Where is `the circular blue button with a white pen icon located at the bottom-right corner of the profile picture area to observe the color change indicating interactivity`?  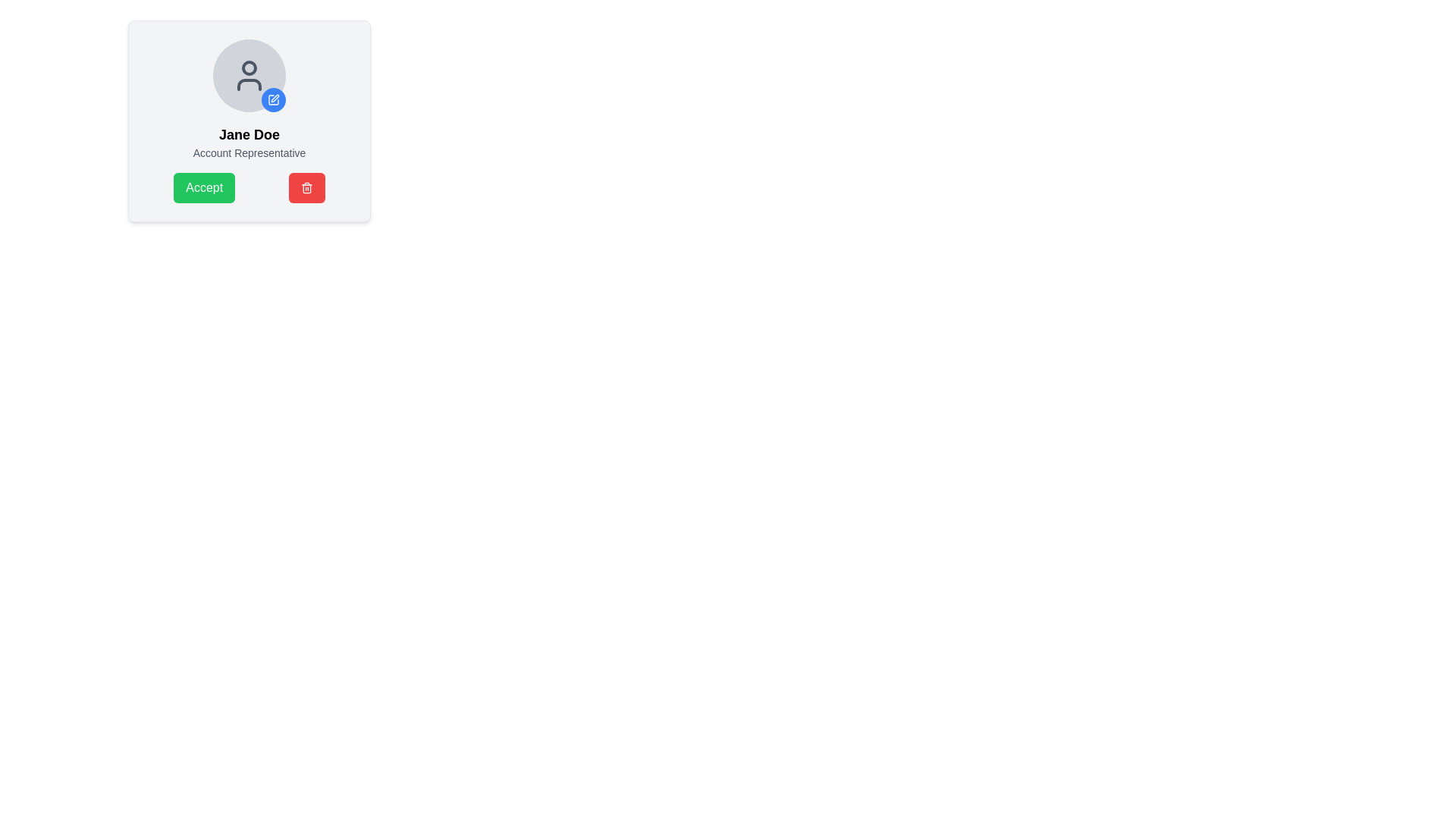
the circular blue button with a white pen icon located at the bottom-right corner of the profile picture area to observe the color change indicating interactivity is located at coordinates (273, 99).